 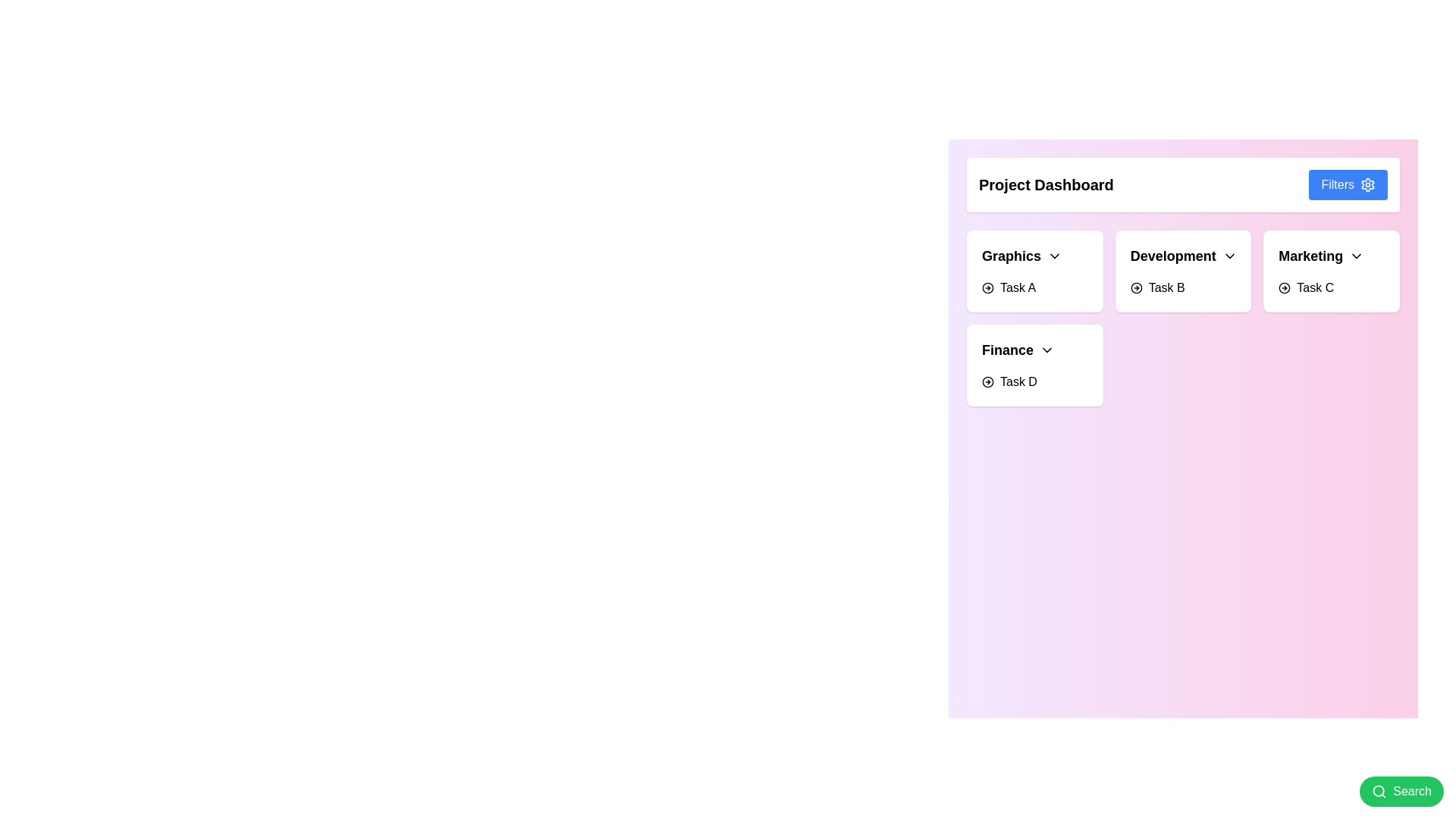 I want to click on the icon located in the 'Development' section adjacent to the text 'Task B', so click(x=1136, y=288).